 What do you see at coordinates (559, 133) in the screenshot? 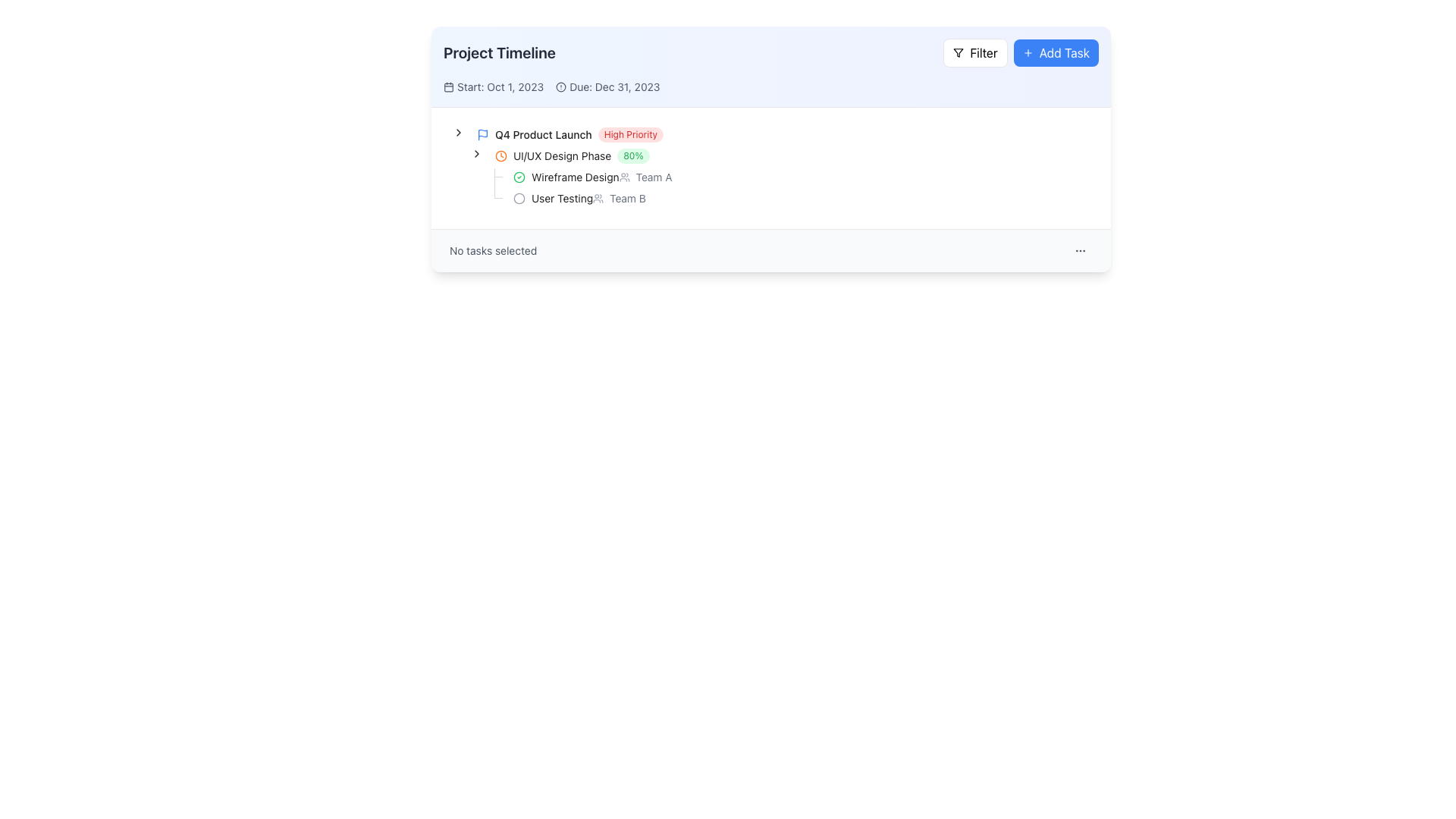
I see `the collapsible tree node labeled 'Q4 Product Launch' with 'High Priority' indicator` at bounding box center [559, 133].